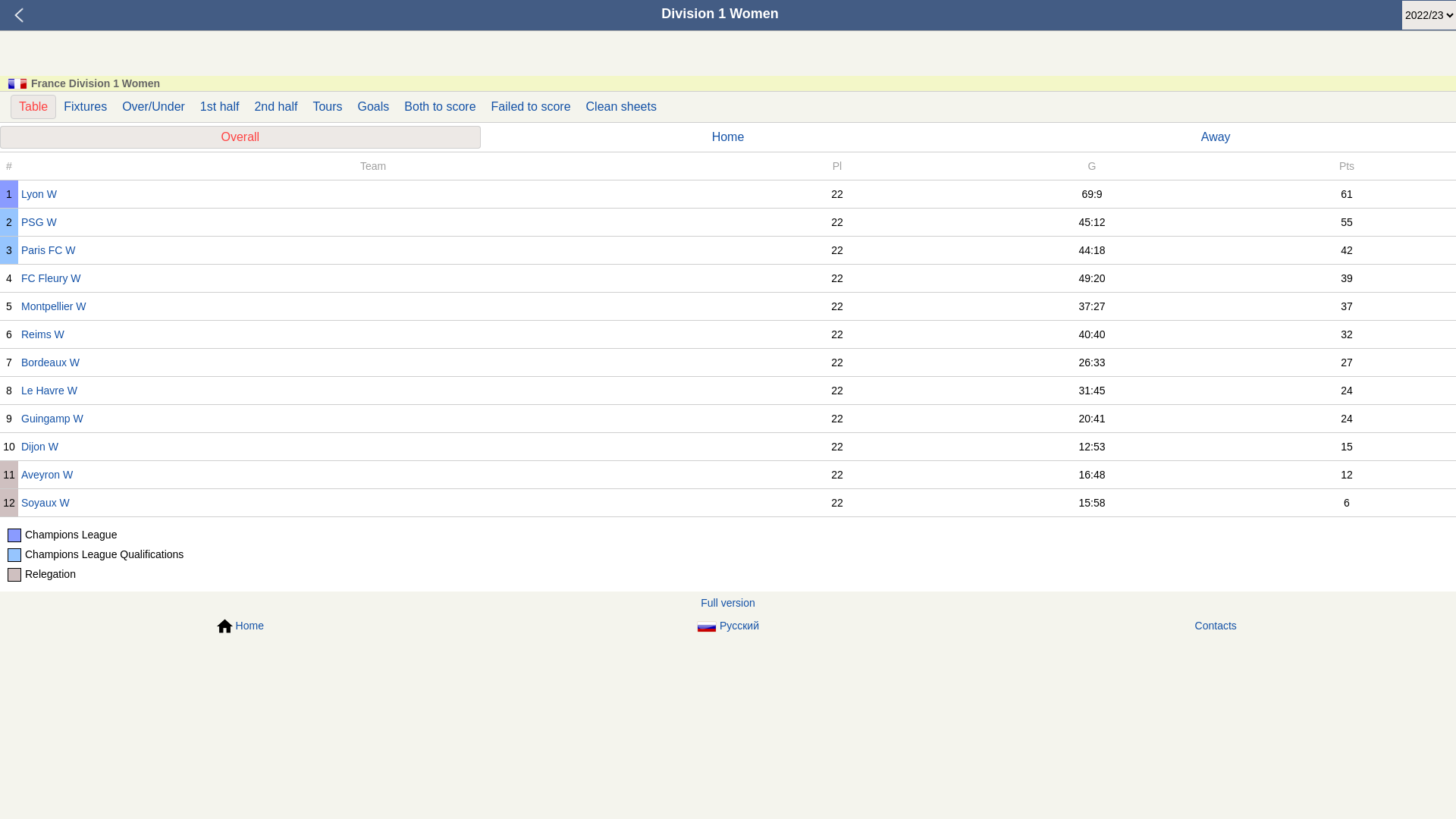 The width and height of the screenshot is (1456, 819). What do you see at coordinates (55, 106) in the screenshot?
I see `'Fixtures'` at bounding box center [55, 106].